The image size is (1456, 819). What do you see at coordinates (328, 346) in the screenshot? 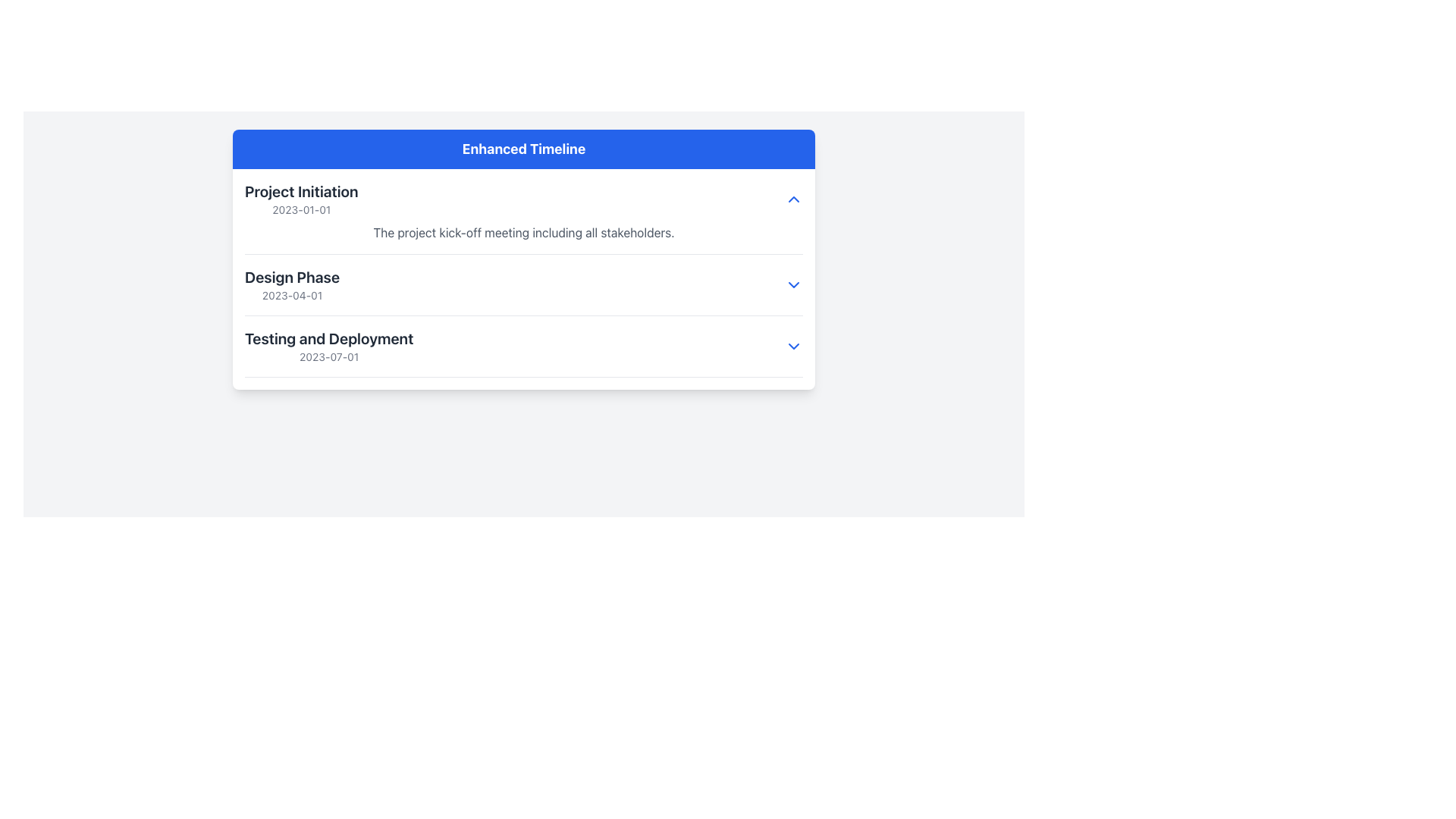
I see `text displayed in the text block element titled 'Testing and Deployment', which contains two lines: the first line in bold states 'Testing and Deployment', and the second line shows the date '2023-07-01'` at bounding box center [328, 346].